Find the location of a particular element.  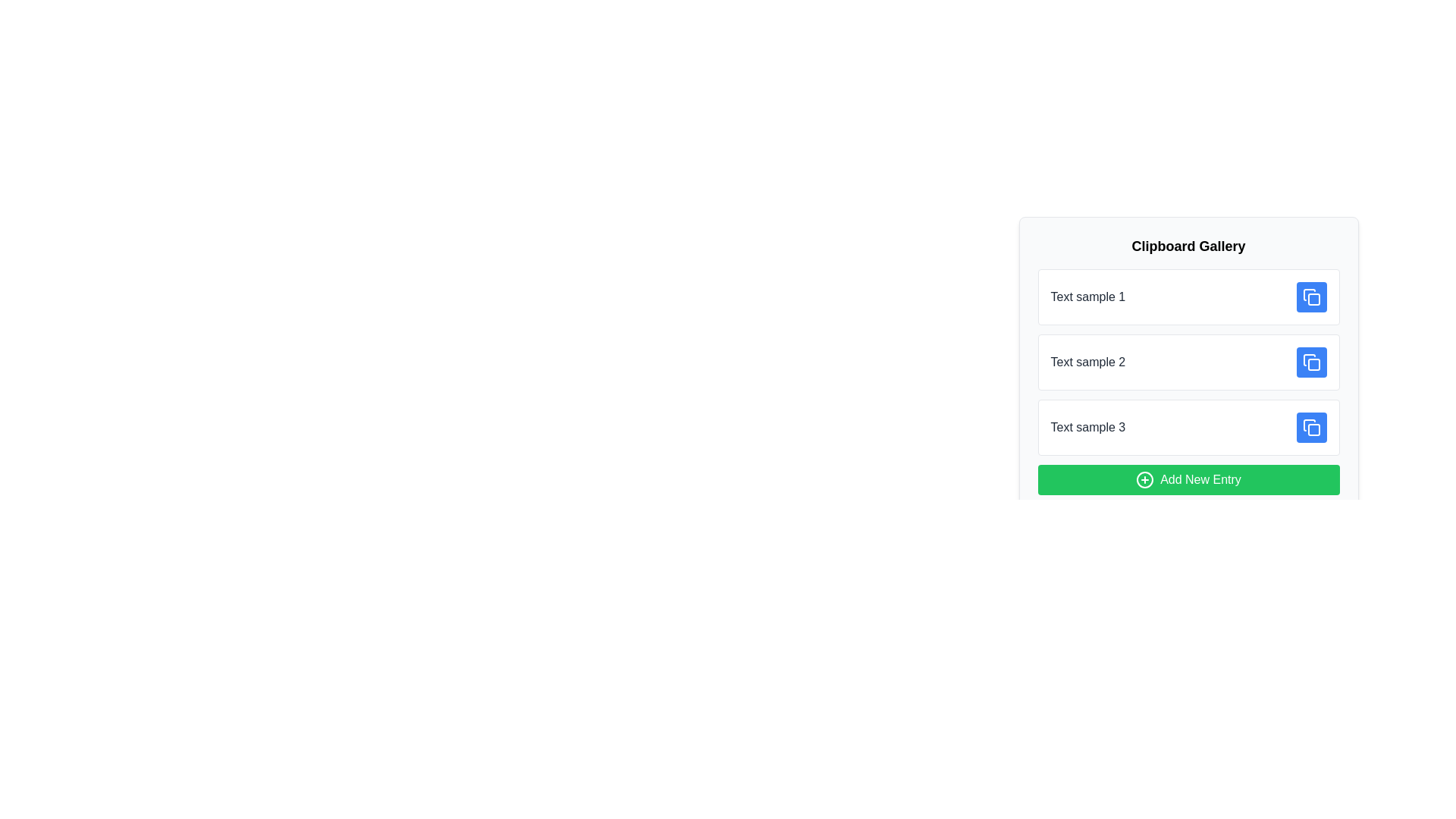

the blue rectangular icon with a duplicate symbol, located at the far right of the row associated with 'Text sample 1', to copy the content is located at coordinates (1310, 297).